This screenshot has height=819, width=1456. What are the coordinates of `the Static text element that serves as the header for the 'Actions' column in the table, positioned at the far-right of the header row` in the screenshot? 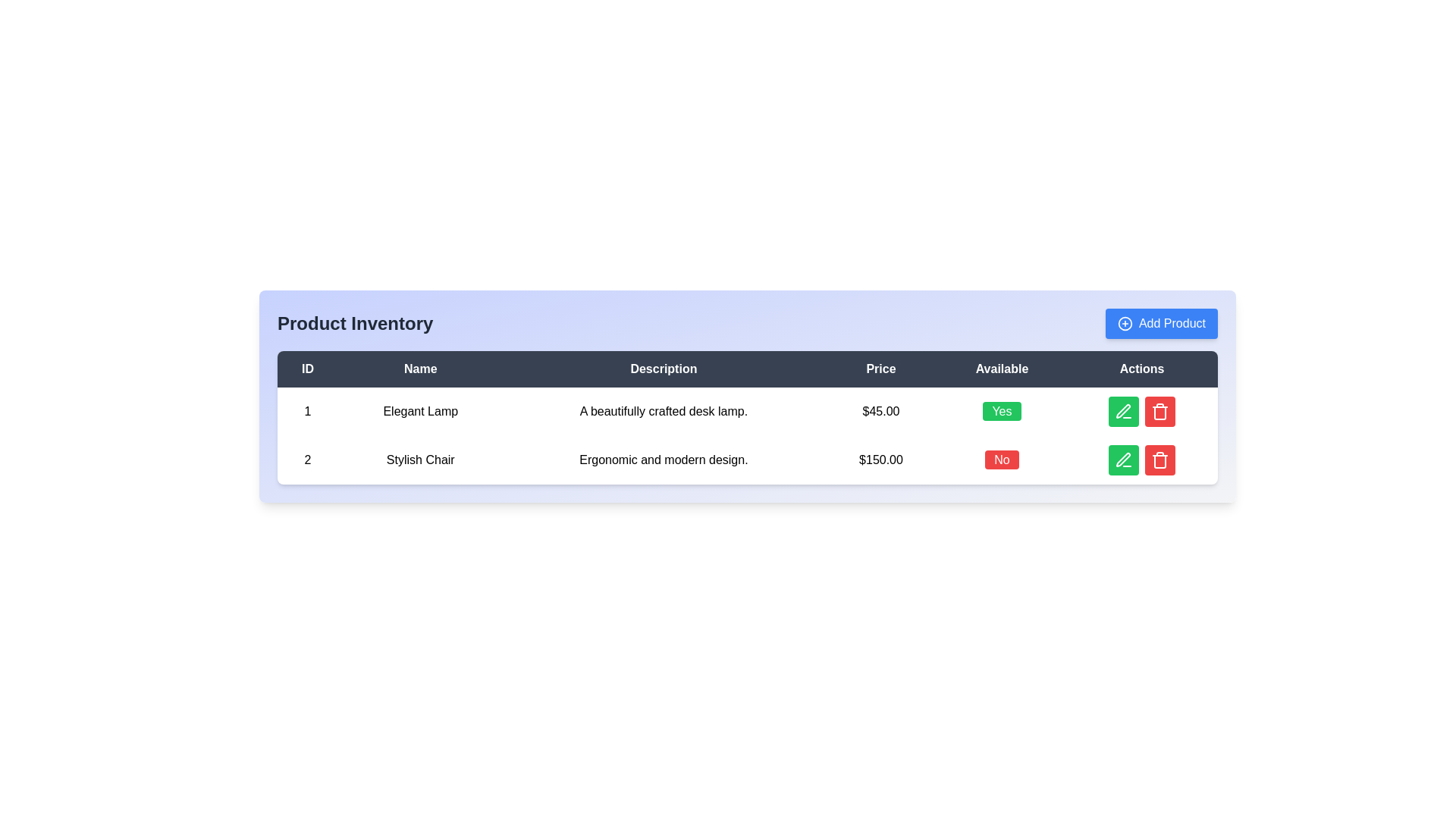 It's located at (1142, 369).